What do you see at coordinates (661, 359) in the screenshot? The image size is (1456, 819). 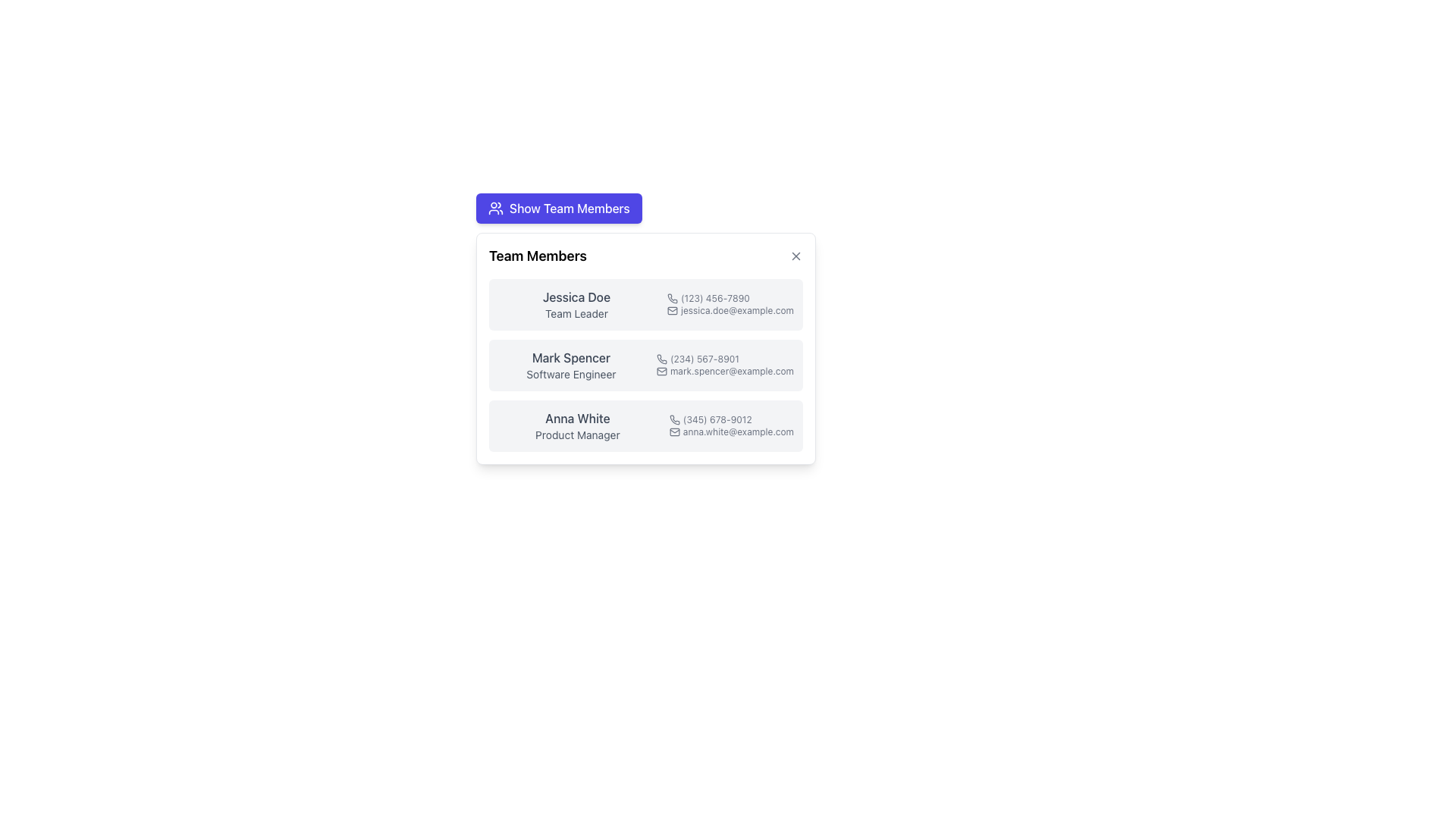 I see `the phone icon representing contact information for Mark Spencer in the Team Members section` at bounding box center [661, 359].